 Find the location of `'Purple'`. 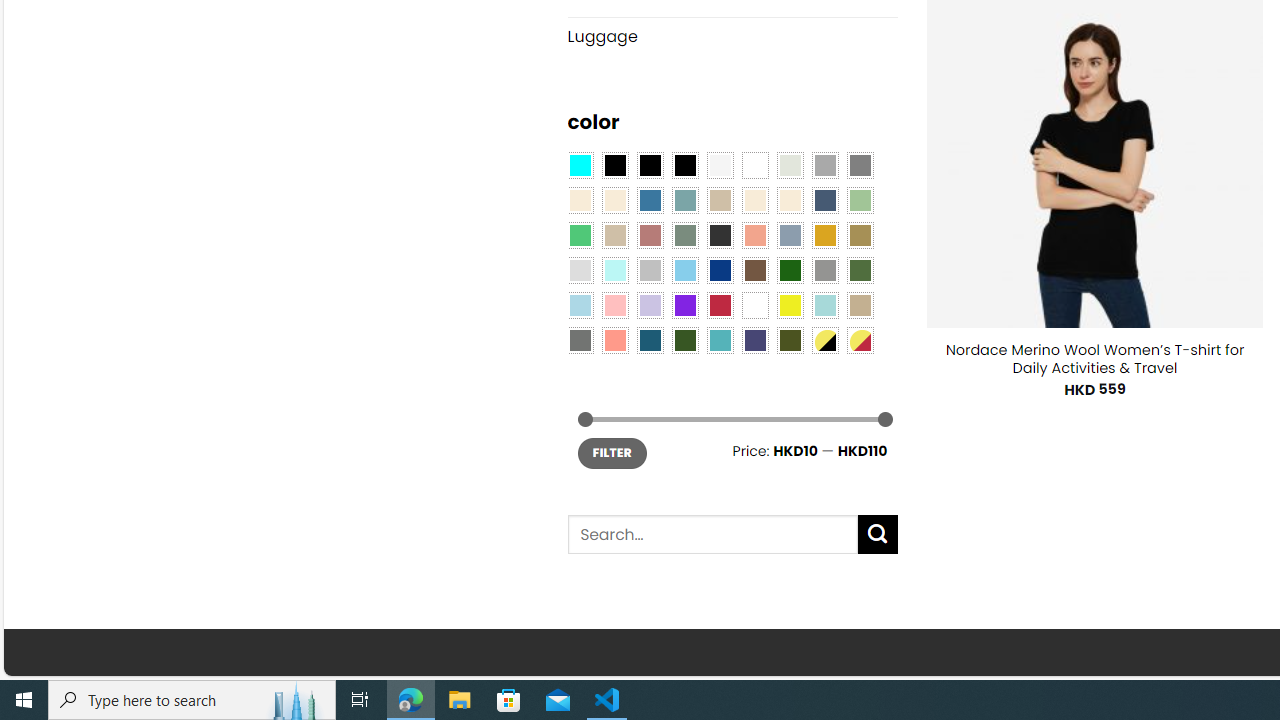

'Purple' is located at coordinates (684, 305).